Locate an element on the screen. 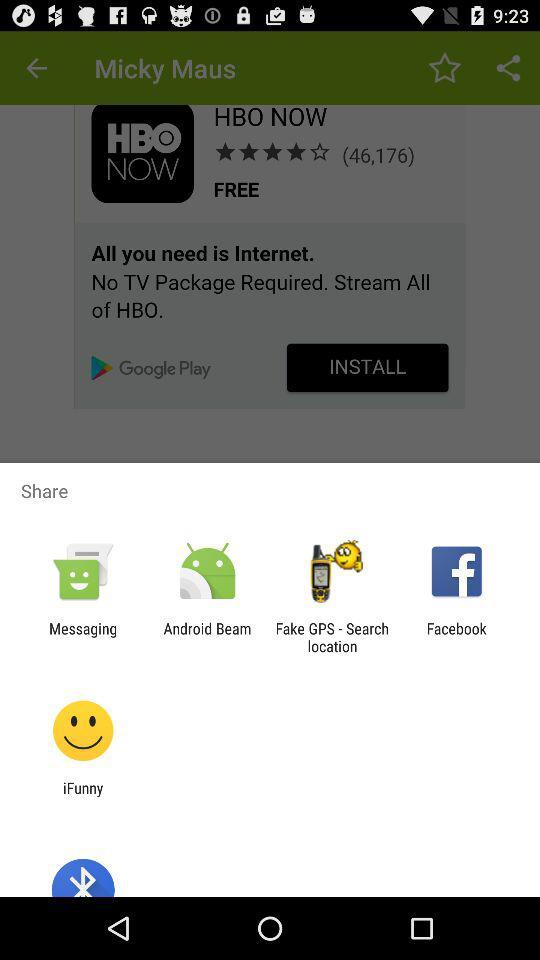 The image size is (540, 960). the android beam is located at coordinates (206, 636).